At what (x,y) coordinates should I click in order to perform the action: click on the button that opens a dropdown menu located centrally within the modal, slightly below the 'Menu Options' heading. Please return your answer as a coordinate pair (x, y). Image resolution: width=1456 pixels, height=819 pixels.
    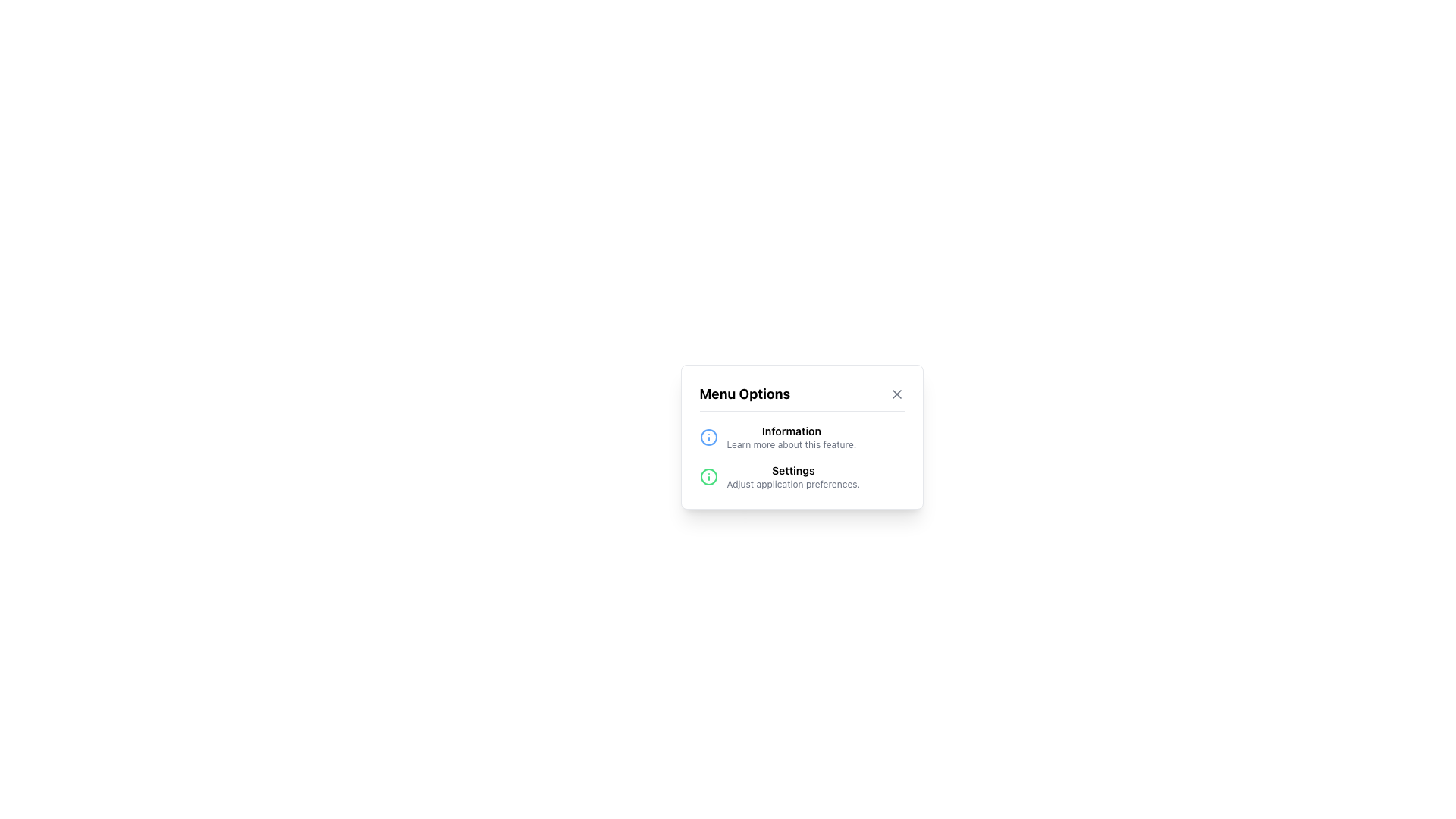
    Looking at the image, I should click on (801, 430).